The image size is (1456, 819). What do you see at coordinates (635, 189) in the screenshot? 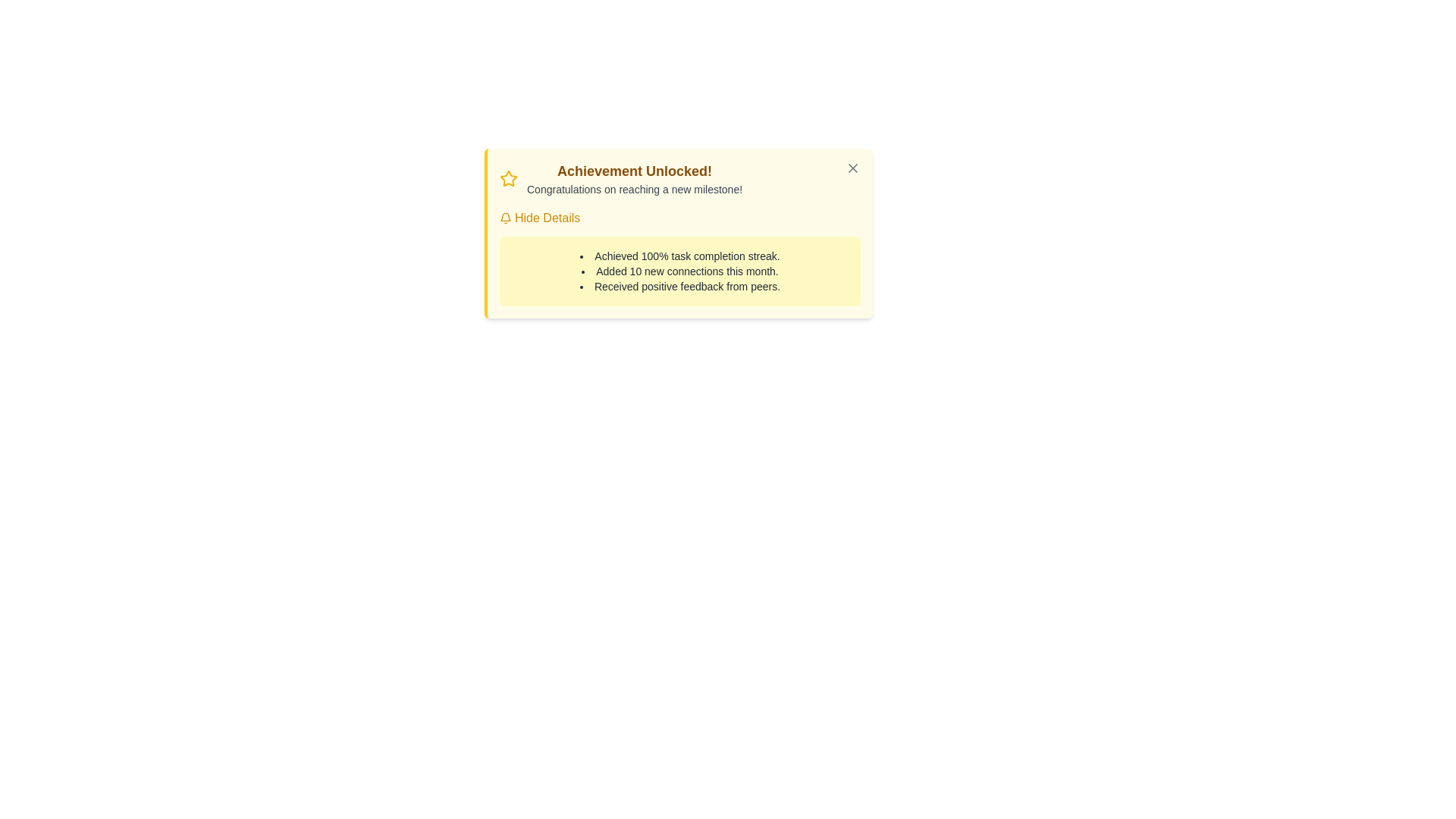
I see `the congratulatory message text label located below the headline 'Achievement Unlocked!' in the notification box` at bounding box center [635, 189].